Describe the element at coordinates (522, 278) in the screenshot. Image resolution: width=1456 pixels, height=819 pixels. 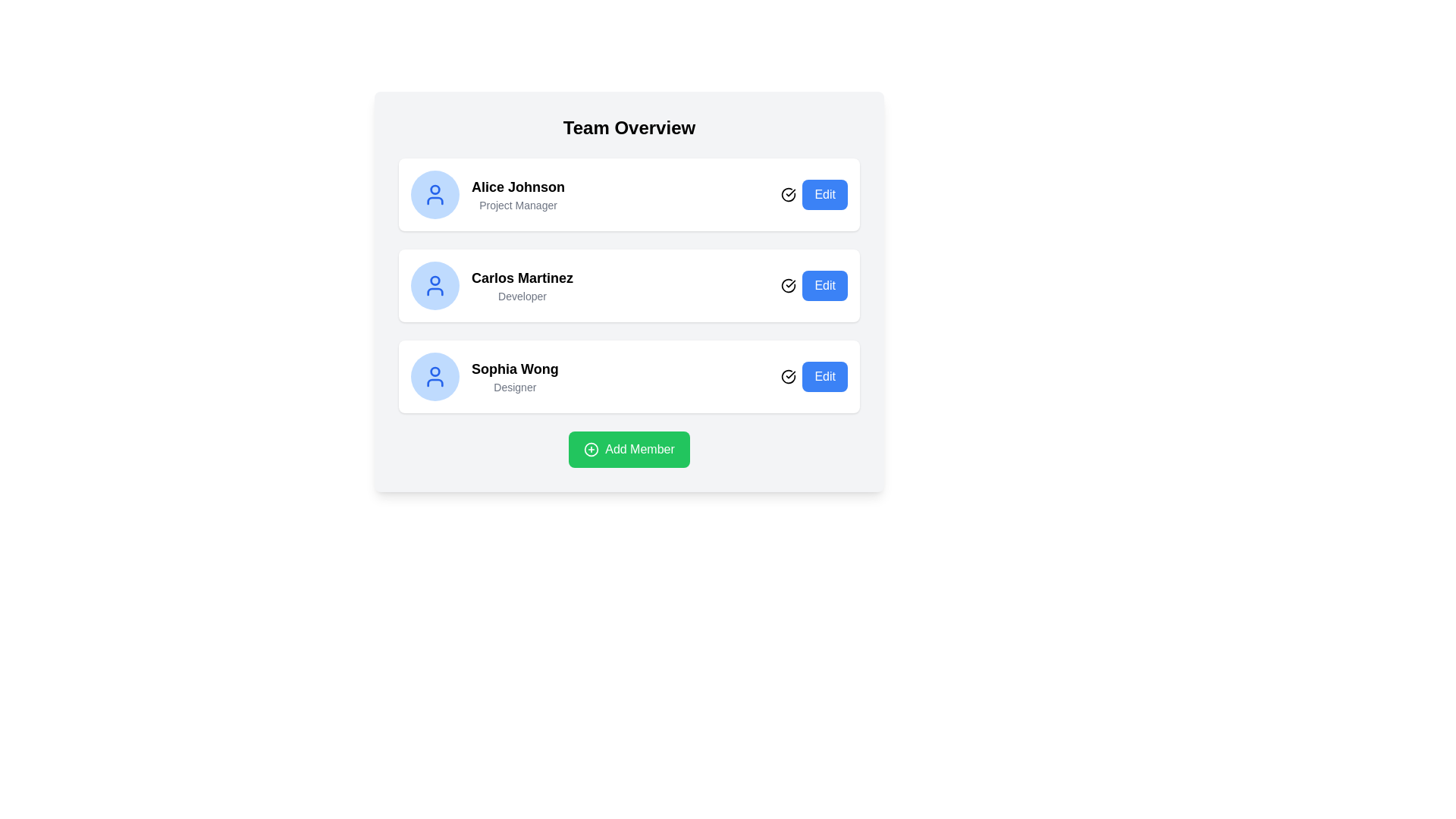
I see `the text label 'Carlos Martinez' which is styled with a bold font and is part of the second profile card in the list, positioned above the subtitle 'Developer'` at that location.